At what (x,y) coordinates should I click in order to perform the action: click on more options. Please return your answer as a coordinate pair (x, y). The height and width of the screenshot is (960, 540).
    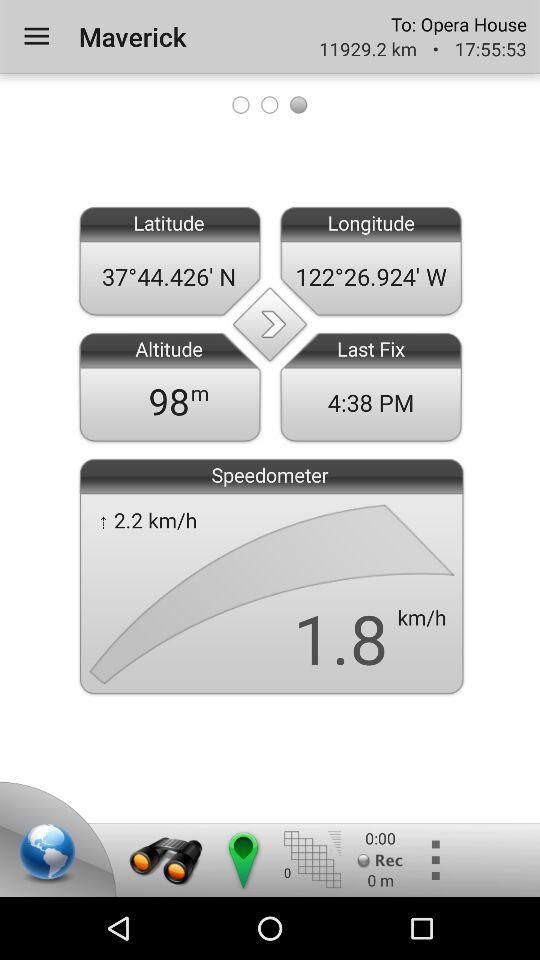
    Looking at the image, I should click on (433, 859).